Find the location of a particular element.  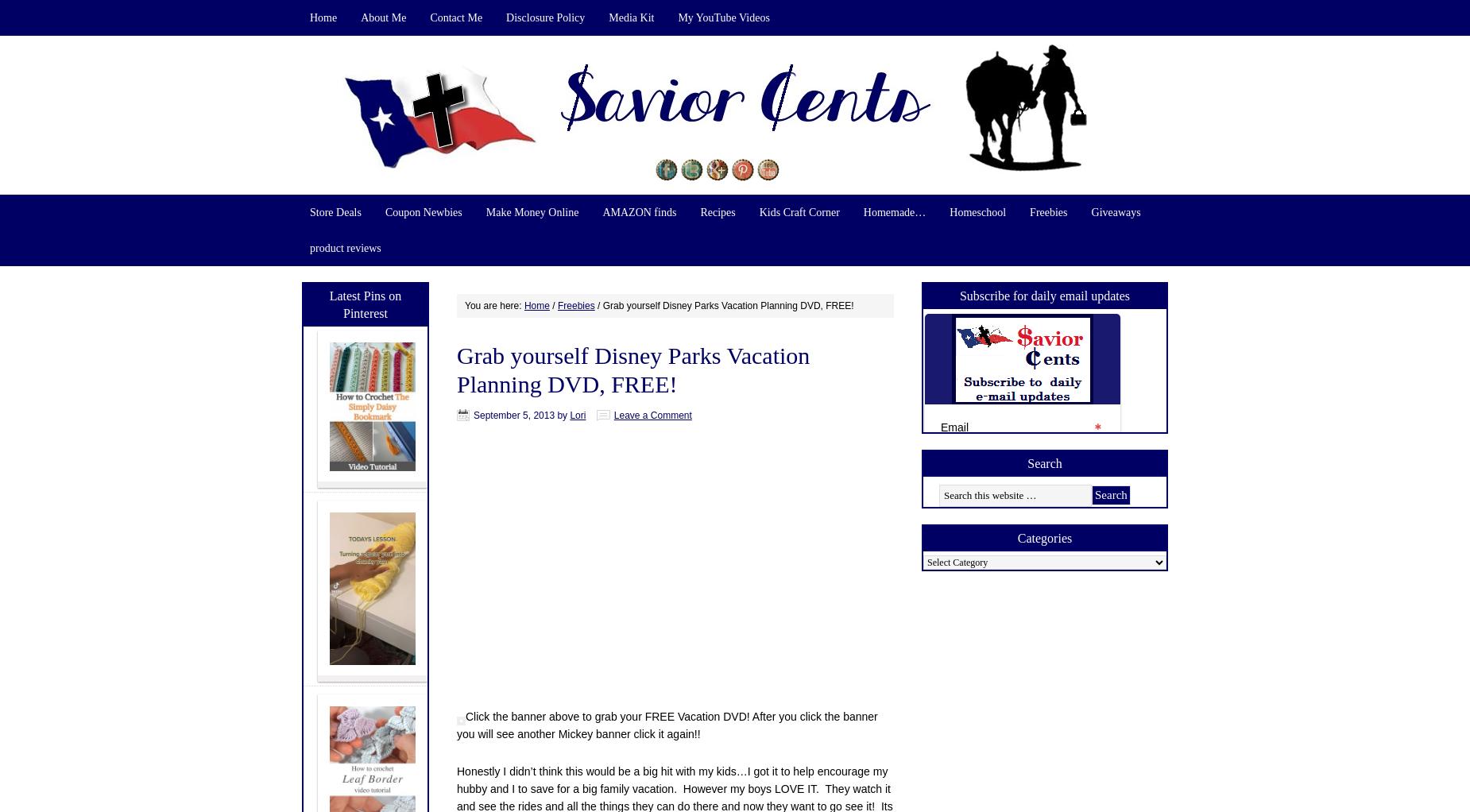

'Click the banner above to grab your FREE Vacation DVD! After you click the banner you will see another Mickey banner click it again!!' is located at coordinates (667, 724).